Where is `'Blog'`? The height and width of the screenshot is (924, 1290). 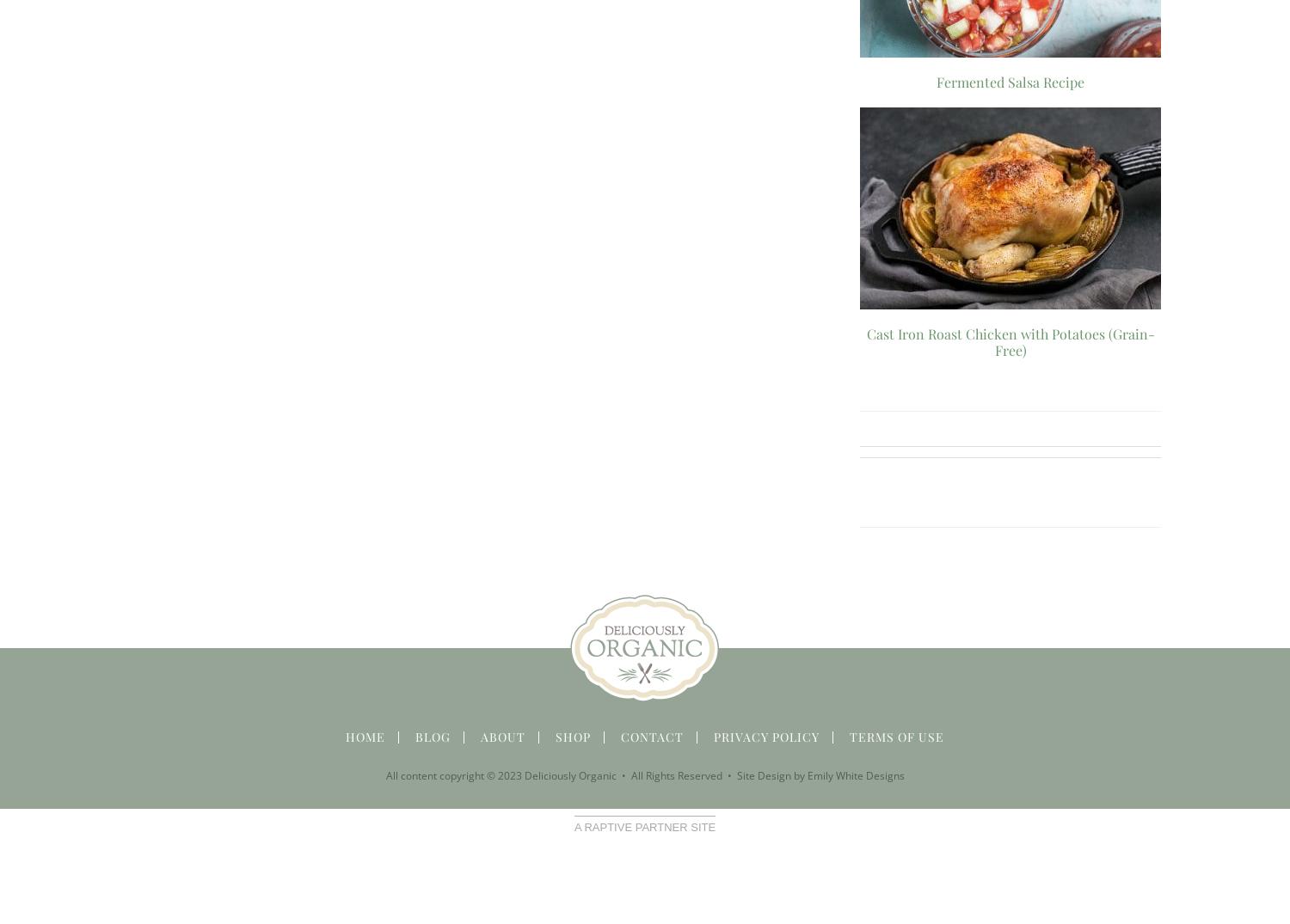 'Blog' is located at coordinates (433, 736).